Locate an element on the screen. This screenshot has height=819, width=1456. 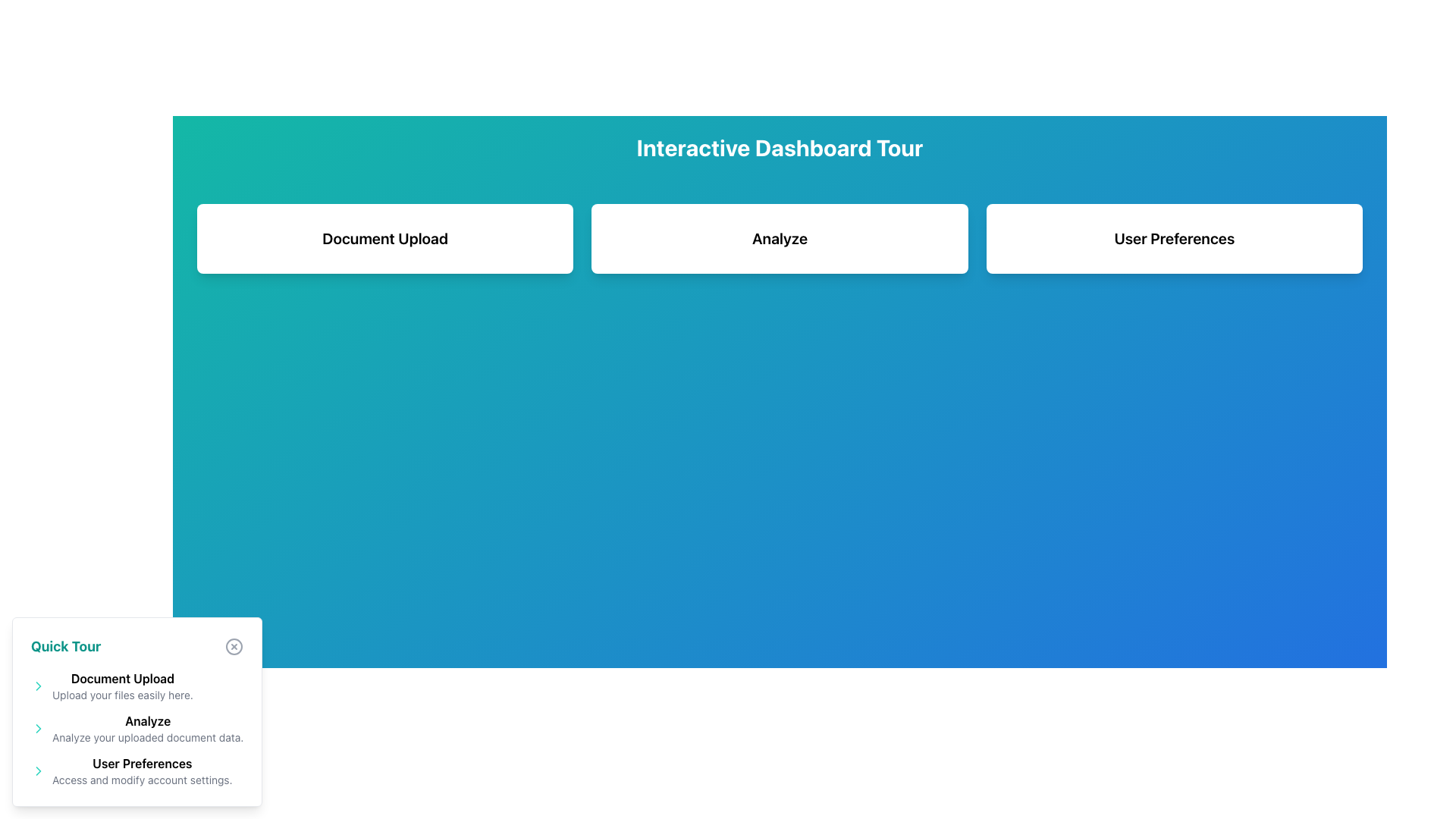
the circular gray button with a central cross mark located to the right of the 'Quick Tour' section header is located at coordinates (234, 646).